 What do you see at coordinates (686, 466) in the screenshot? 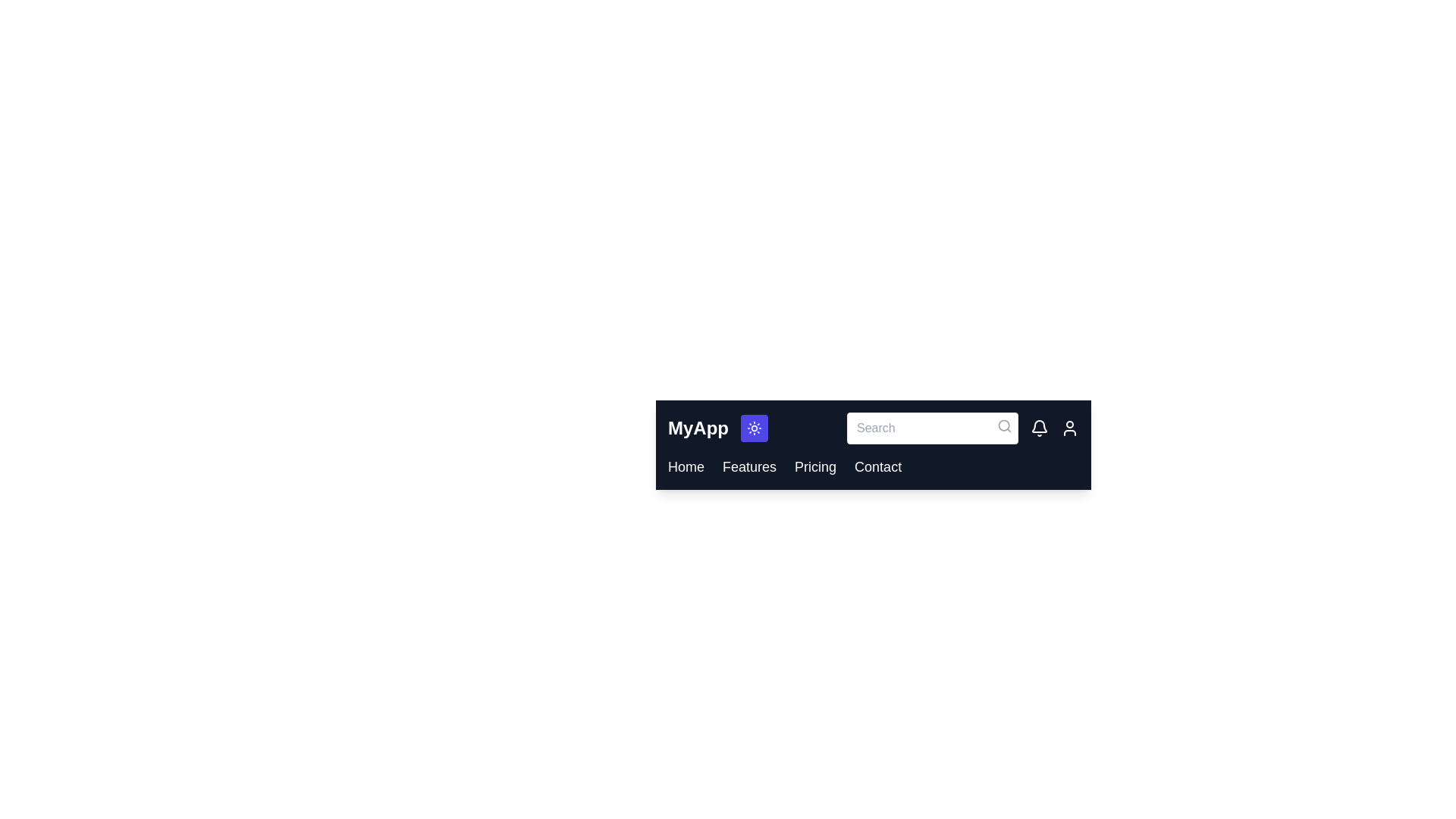
I see `the Home link in the navigation bar` at bounding box center [686, 466].